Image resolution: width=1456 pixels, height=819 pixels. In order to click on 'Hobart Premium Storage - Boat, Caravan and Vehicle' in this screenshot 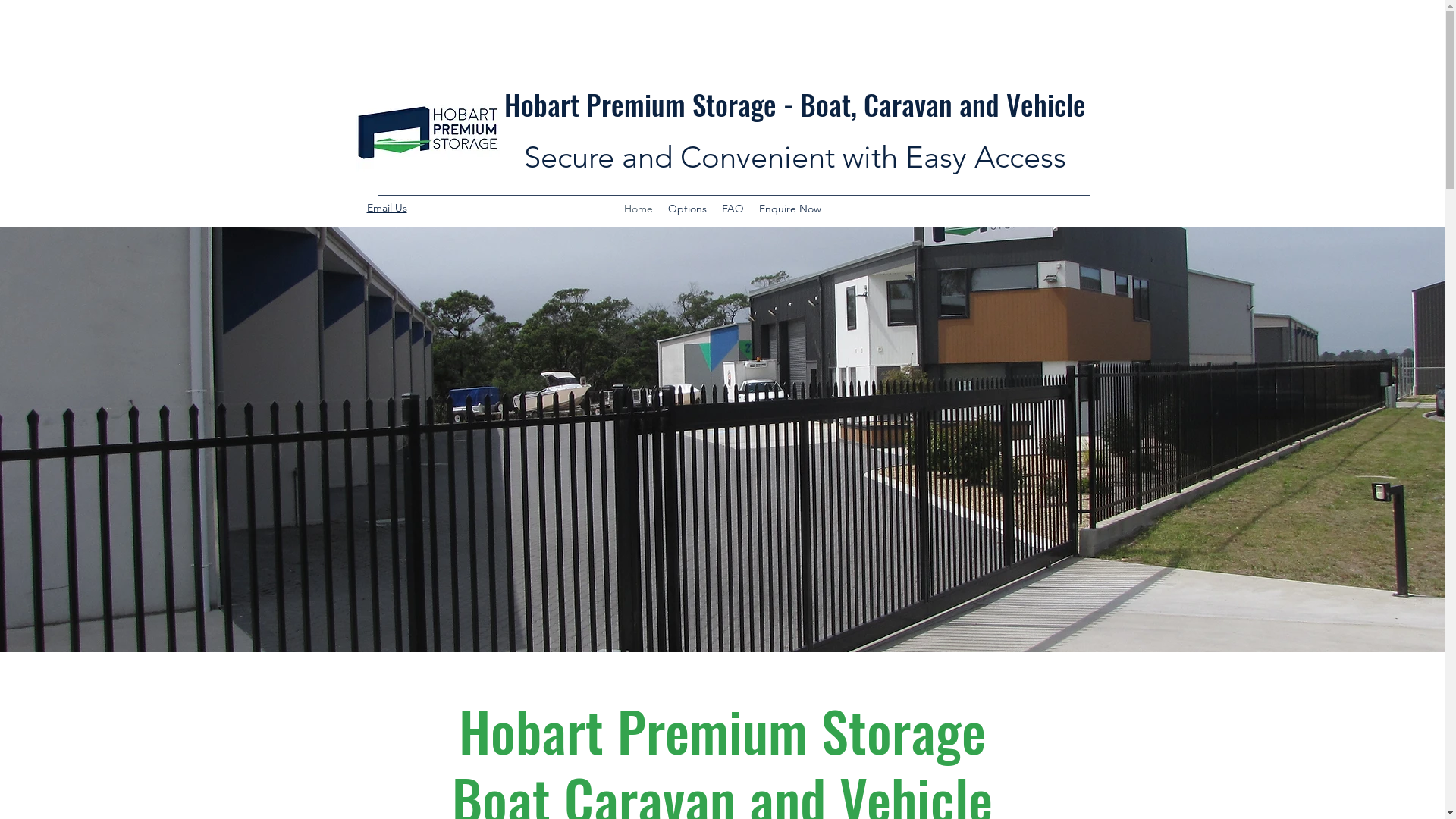, I will do `click(794, 103)`.